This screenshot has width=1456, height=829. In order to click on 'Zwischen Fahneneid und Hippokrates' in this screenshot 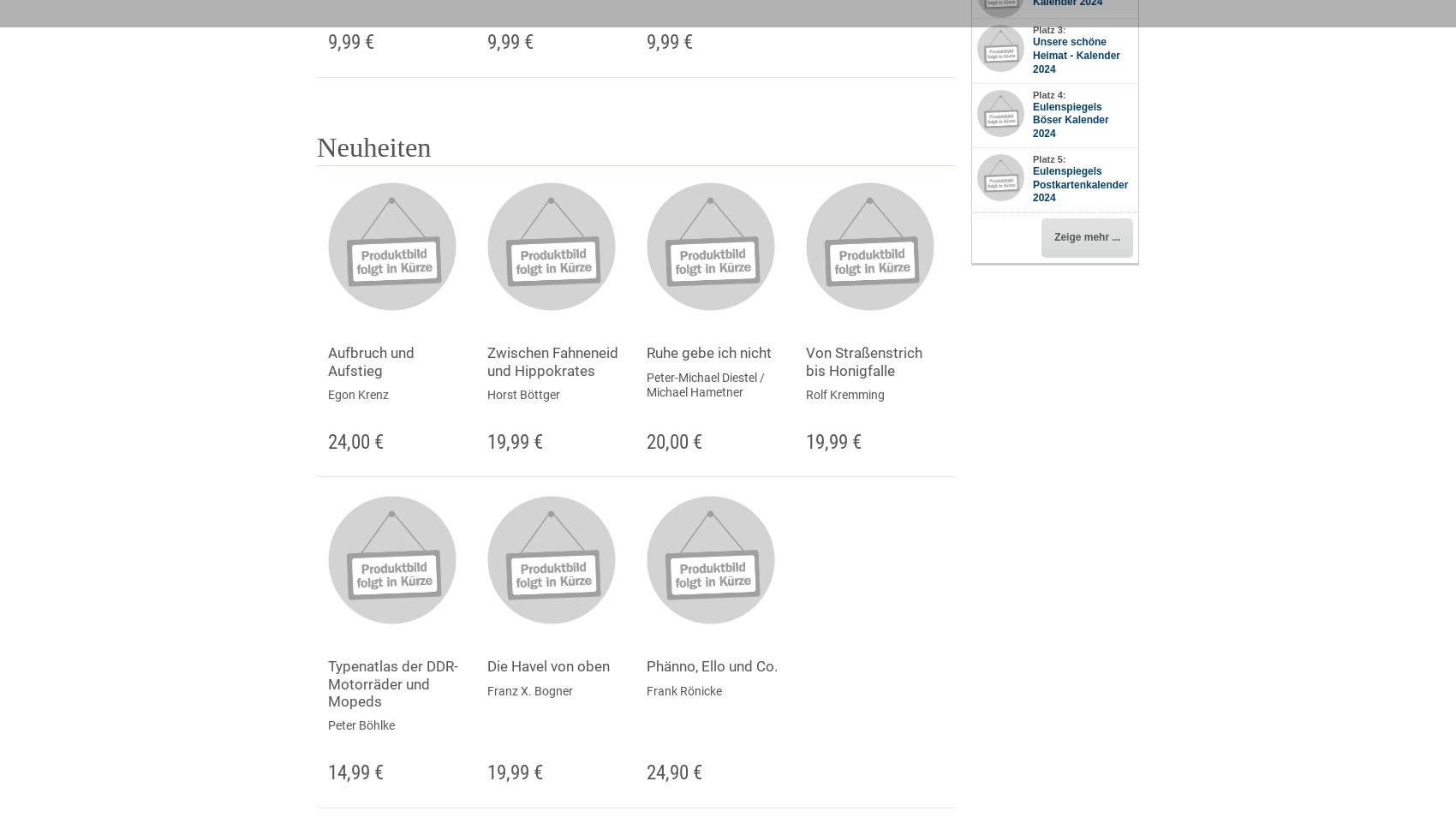, I will do `click(552, 361)`.